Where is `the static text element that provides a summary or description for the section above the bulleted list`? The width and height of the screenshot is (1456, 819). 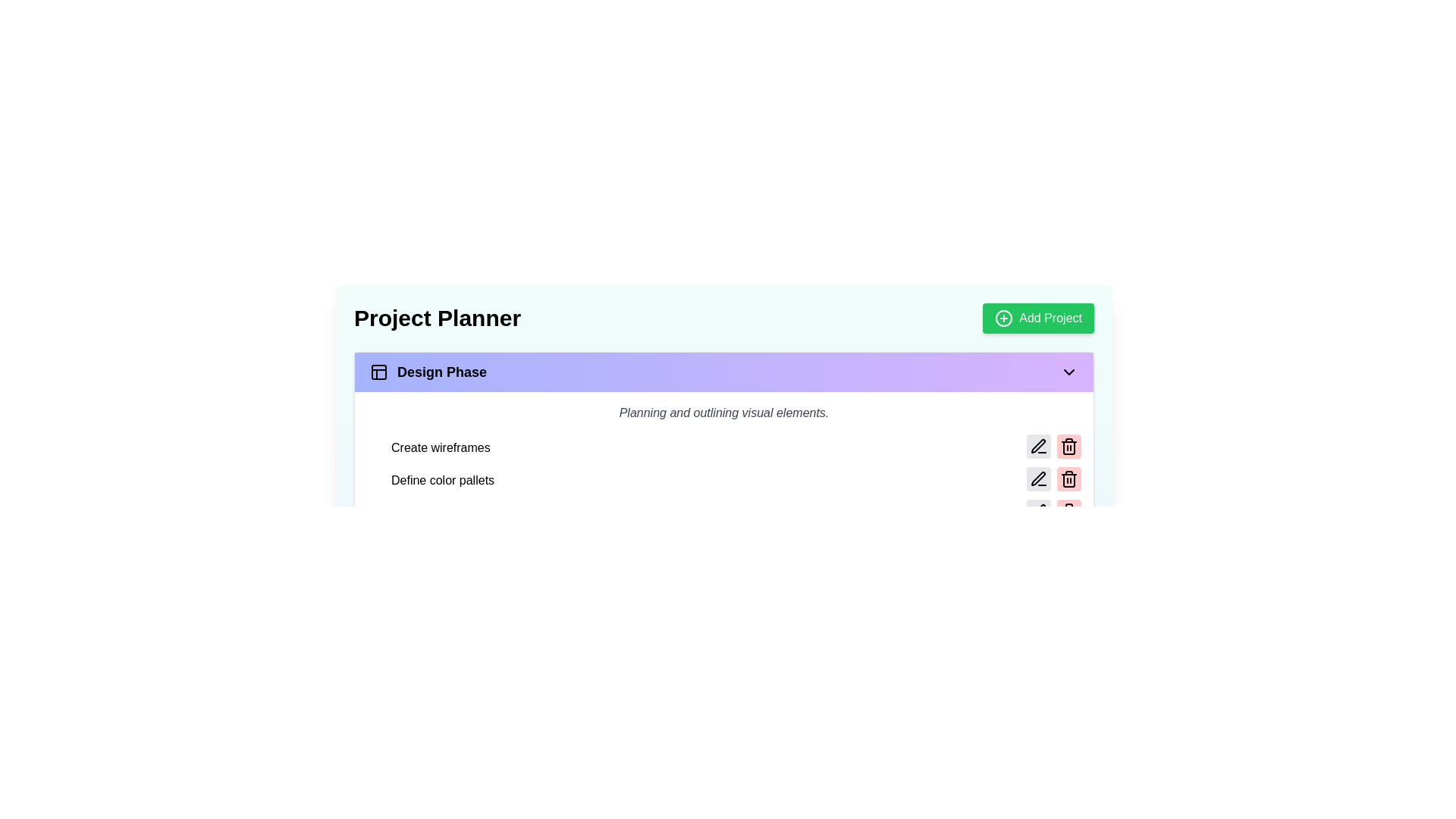 the static text element that provides a summary or description for the section above the bulleted list is located at coordinates (723, 413).